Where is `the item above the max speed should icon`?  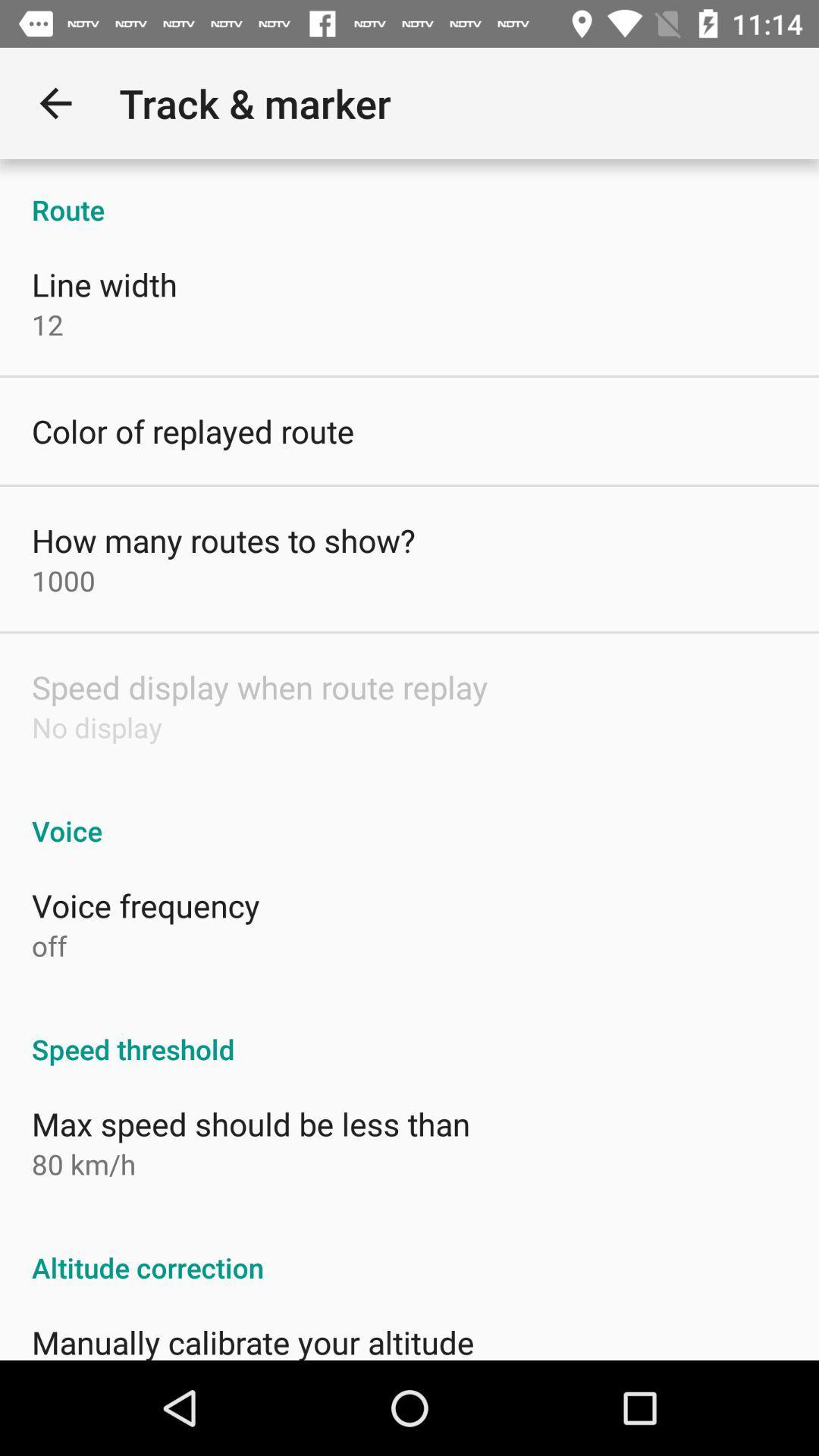
the item above the max speed should icon is located at coordinates (409, 1032).